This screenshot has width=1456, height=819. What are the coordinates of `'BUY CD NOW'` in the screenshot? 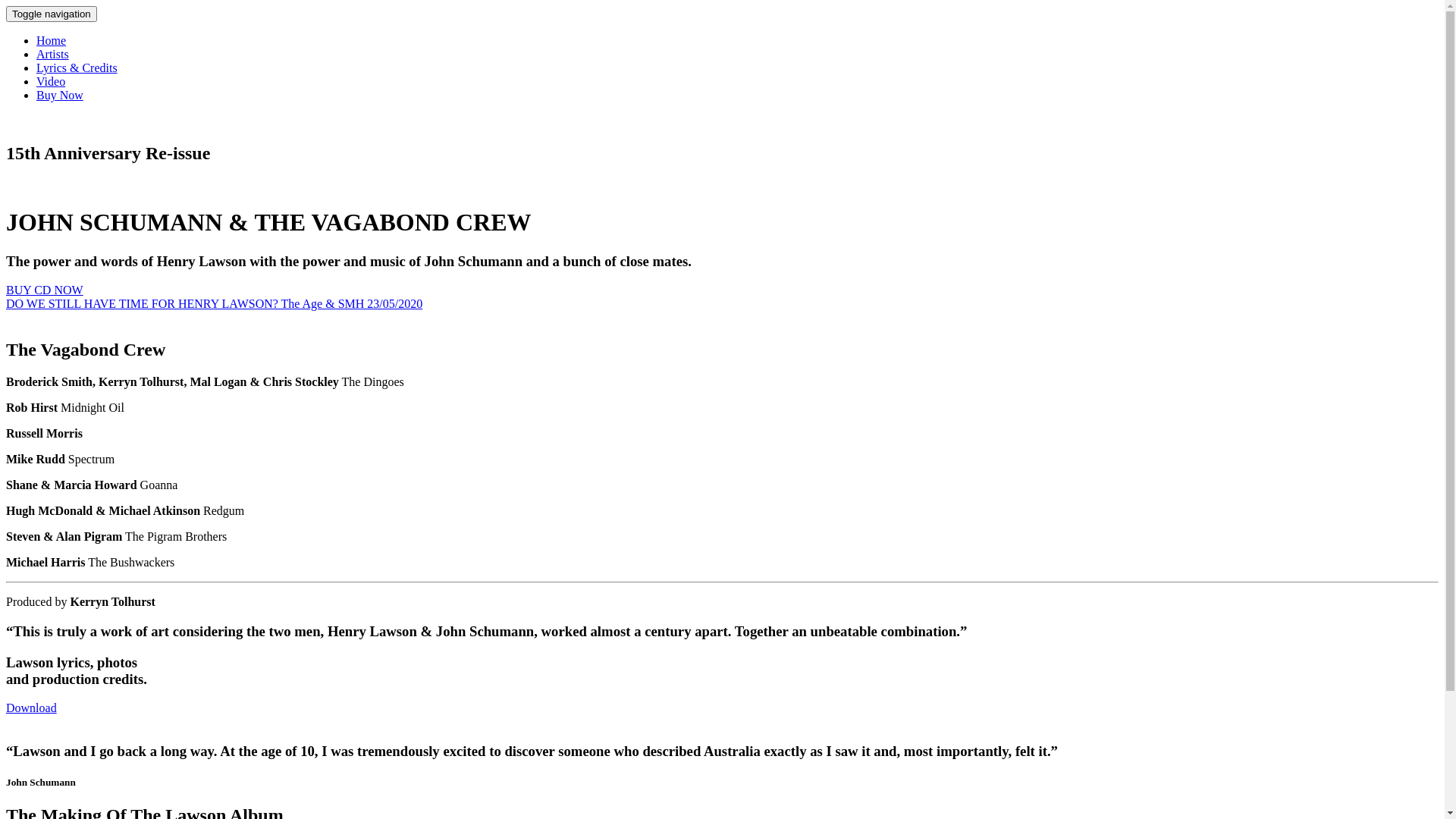 It's located at (6, 290).